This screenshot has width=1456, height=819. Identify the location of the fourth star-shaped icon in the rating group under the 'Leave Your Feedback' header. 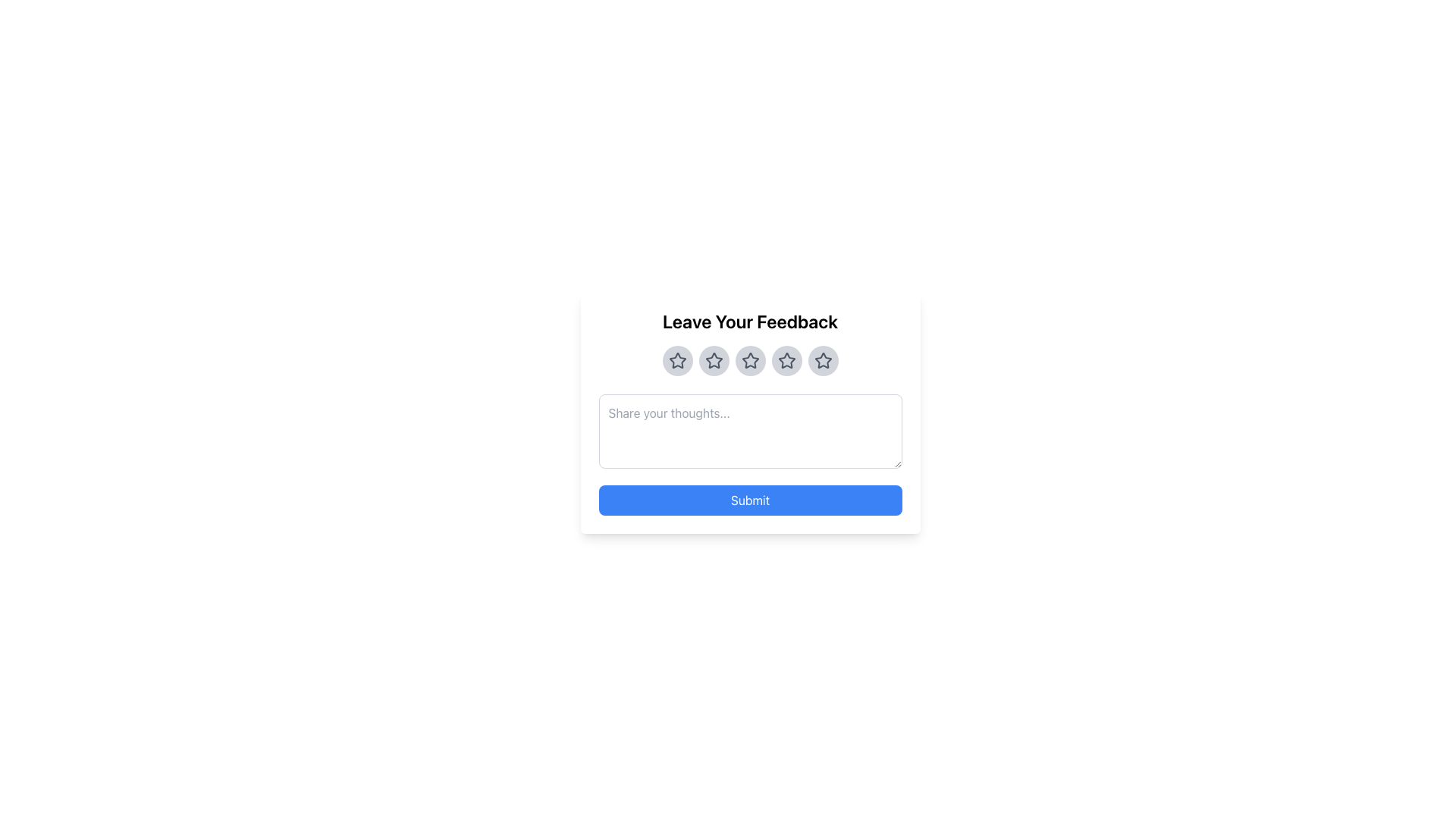
(786, 360).